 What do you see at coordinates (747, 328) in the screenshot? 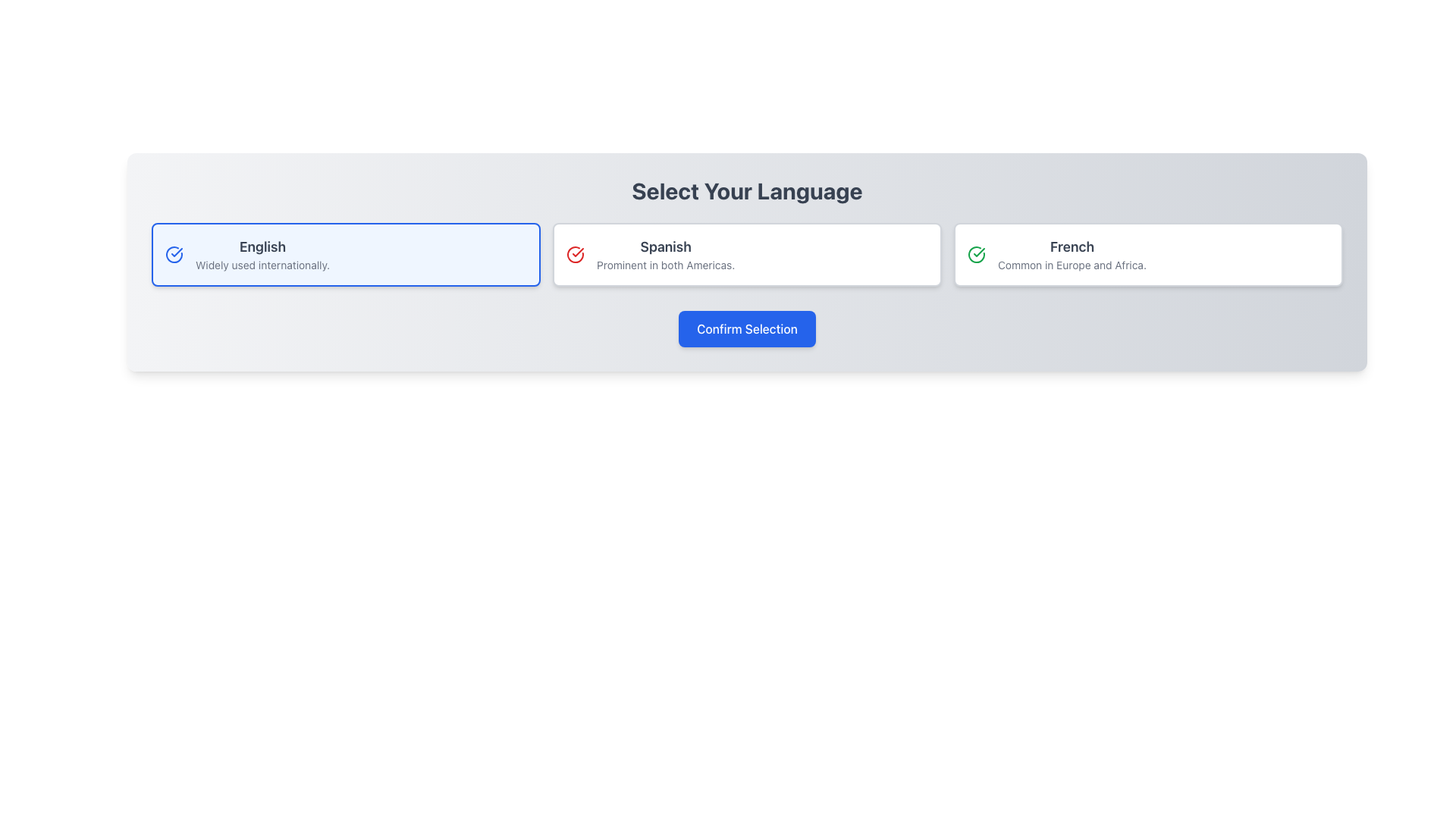
I see `the blue button labeled 'Confirm Selection' located below the language options in the user interface card to confirm the selection` at bounding box center [747, 328].